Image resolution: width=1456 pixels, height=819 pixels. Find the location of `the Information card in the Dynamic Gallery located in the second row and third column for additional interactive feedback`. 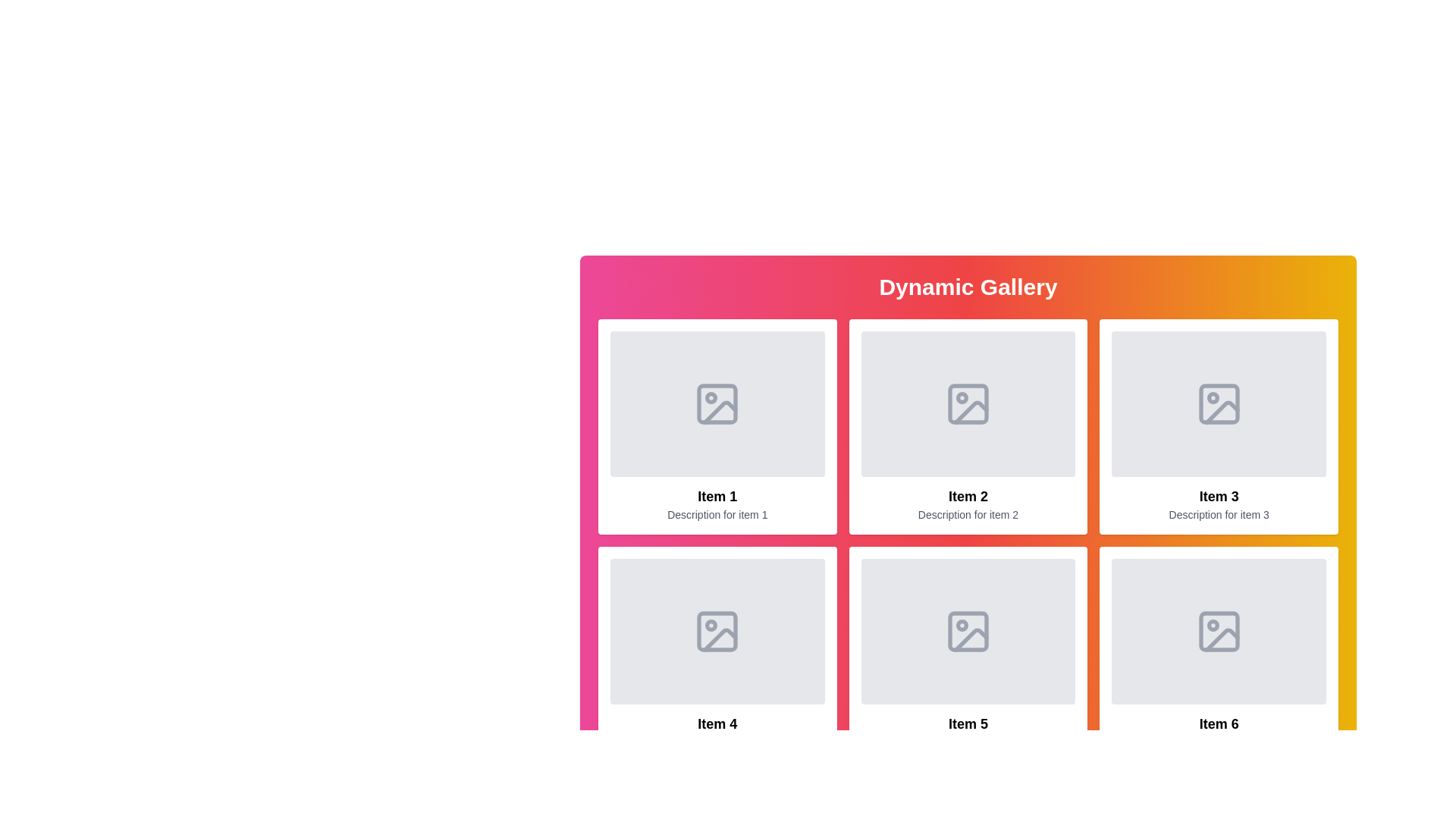

the Information card in the Dynamic Gallery located in the second row and third column for additional interactive feedback is located at coordinates (1219, 654).